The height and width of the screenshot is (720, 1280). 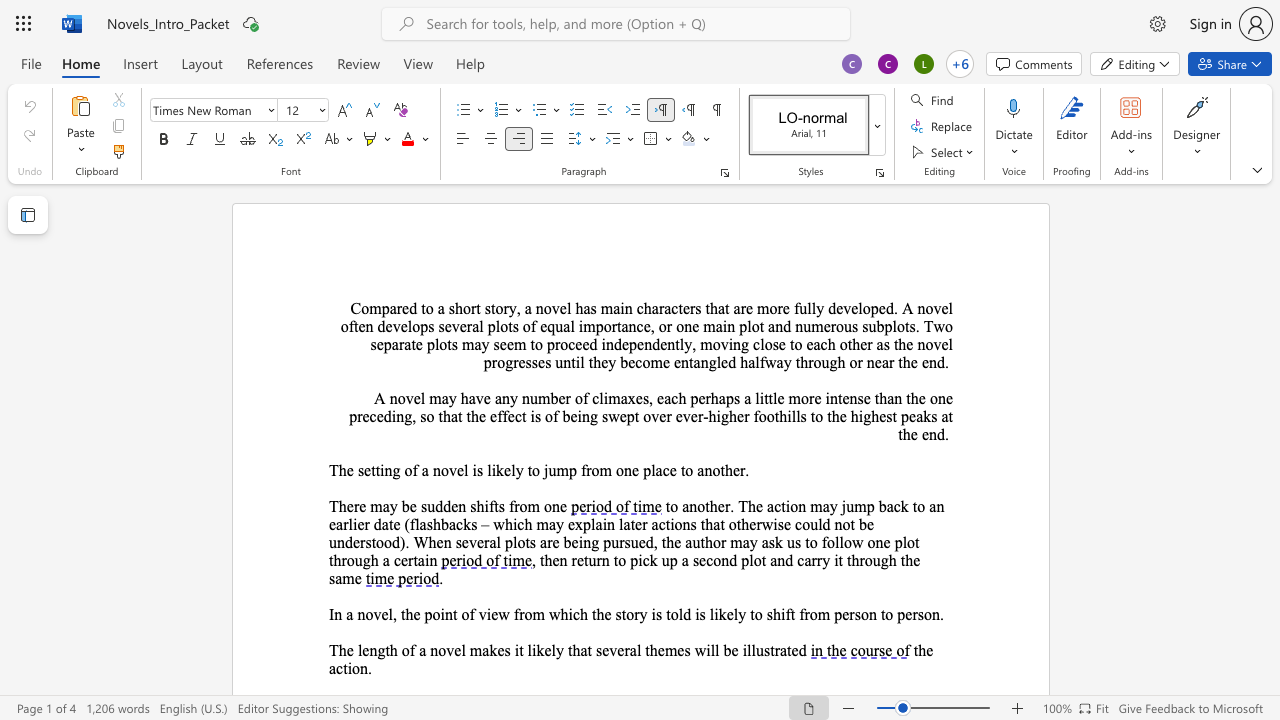 What do you see at coordinates (883, 325) in the screenshot?
I see `the space between the continuous character "b" and "p" in the text` at bounding box center [883, 325].